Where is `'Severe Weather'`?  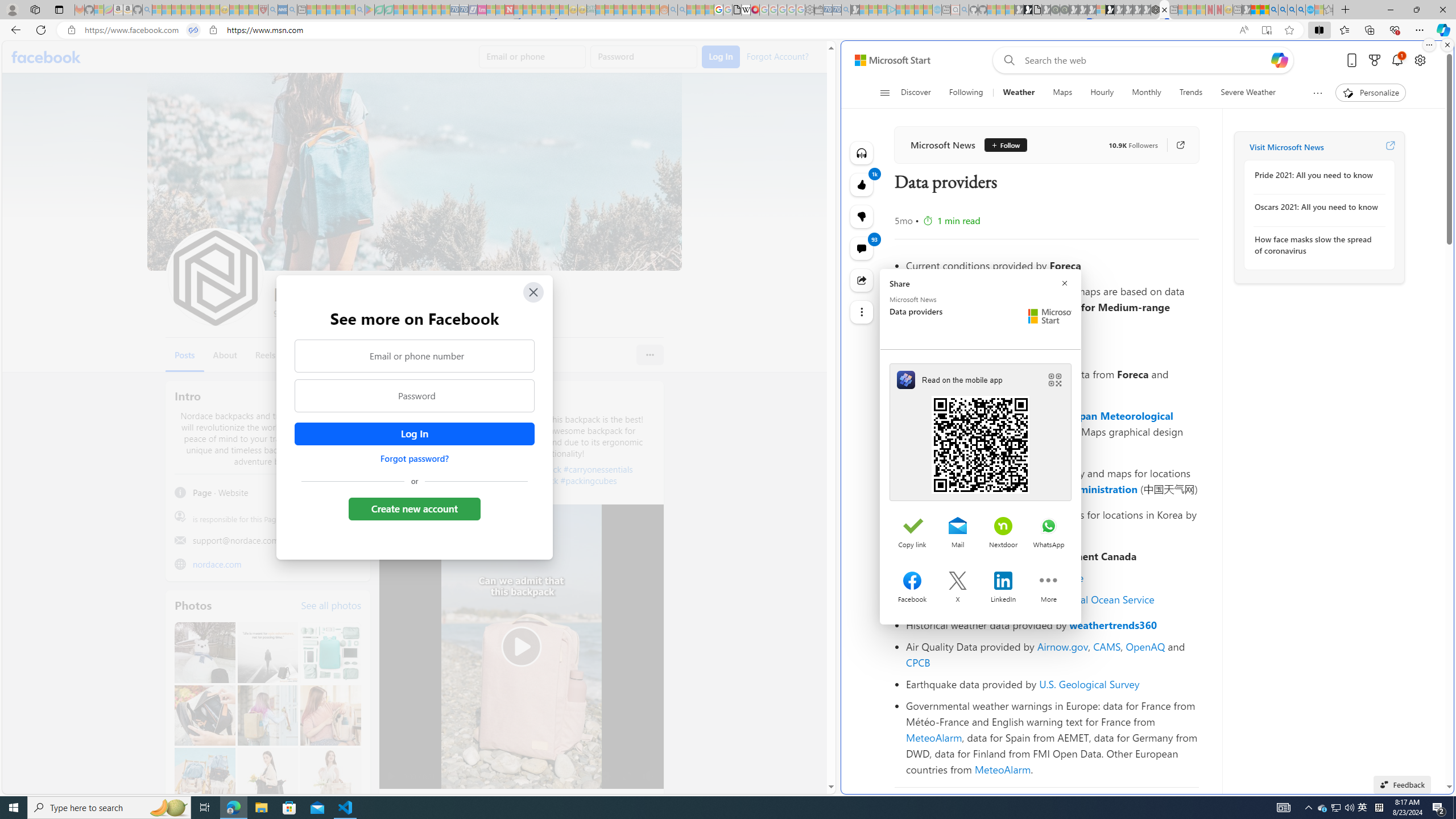
'Severe Weather' is located at coordinates (1247, 92).